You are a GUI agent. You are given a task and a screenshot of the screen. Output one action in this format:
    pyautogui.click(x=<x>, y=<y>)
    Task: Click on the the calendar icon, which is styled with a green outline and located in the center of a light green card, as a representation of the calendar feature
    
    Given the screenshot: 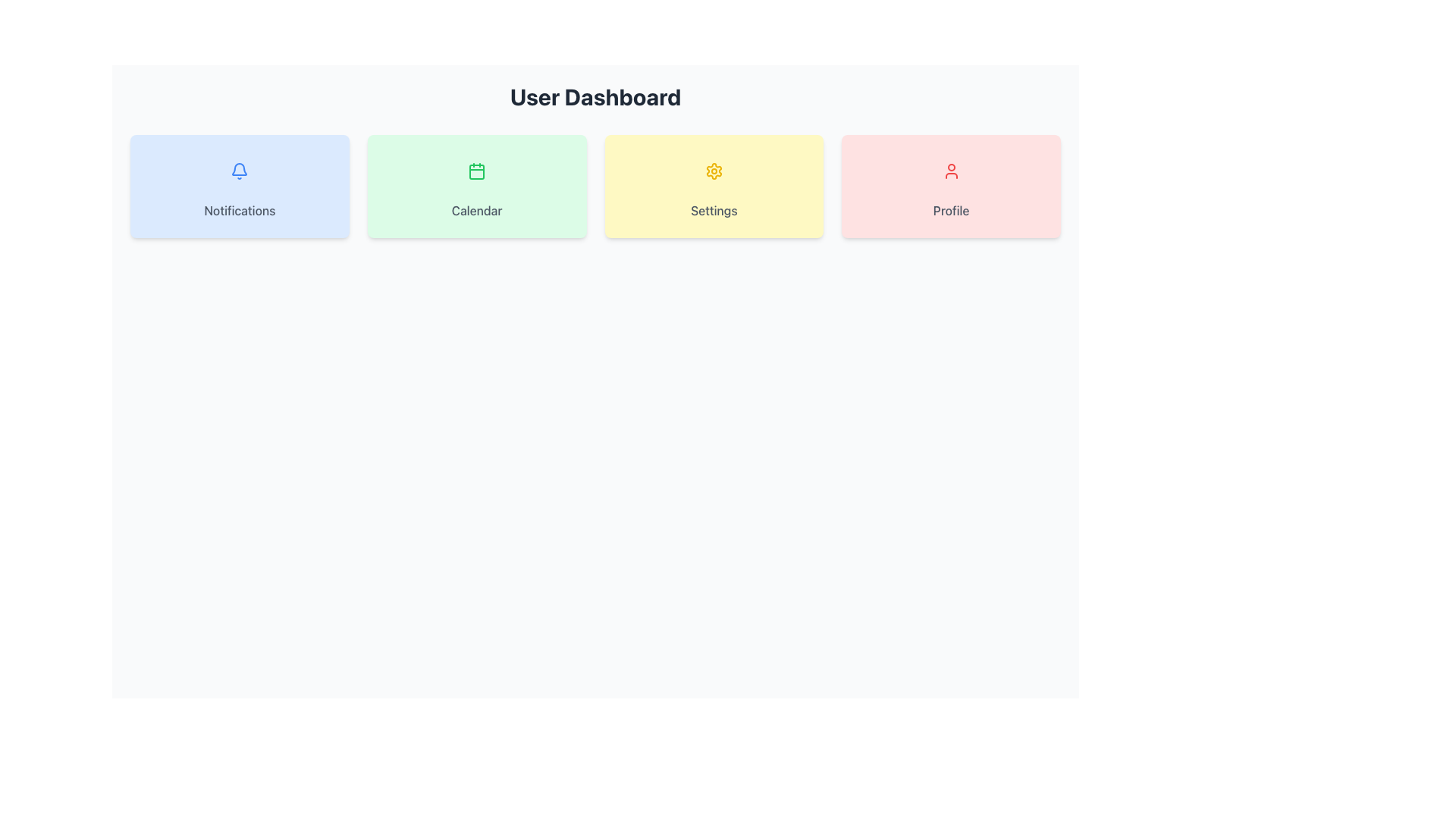 What is the action you would take?
    pyautogui.click(x=476, y=171)
    